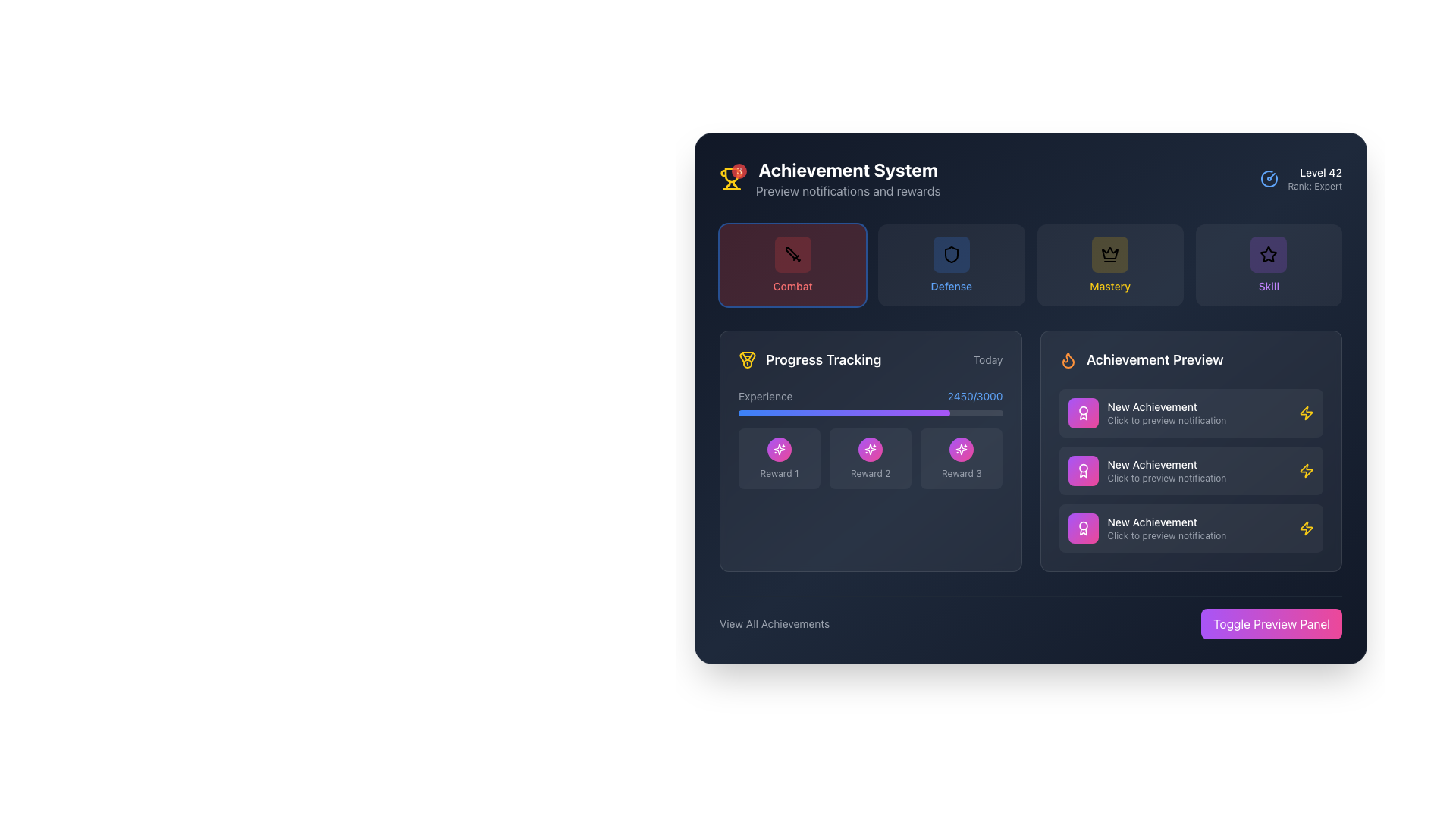 This screenshot has height=819, width=1456. What do you see at coordinates (1153, 359) in the screenshot?
I see `the text label element that serves as a title for the achievements section, located on the right-hand side of the interface, preceded by a flame icon` at bounding box center [1153, 359].